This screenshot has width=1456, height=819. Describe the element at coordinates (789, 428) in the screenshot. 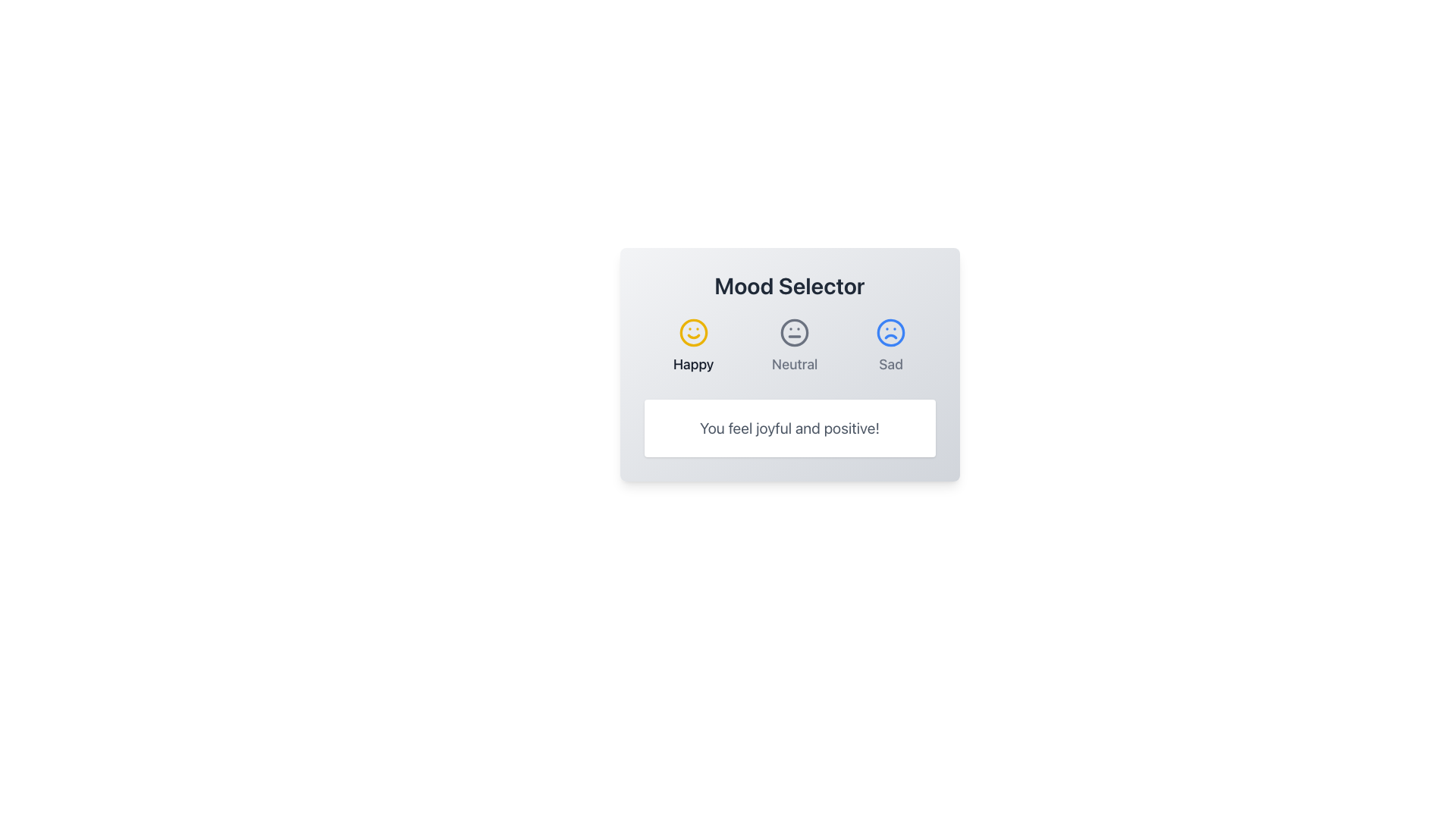

I see `the Text Display element located at the bottom of the 'Mood Selector' card, which shows the user's selected mood response` at that location.